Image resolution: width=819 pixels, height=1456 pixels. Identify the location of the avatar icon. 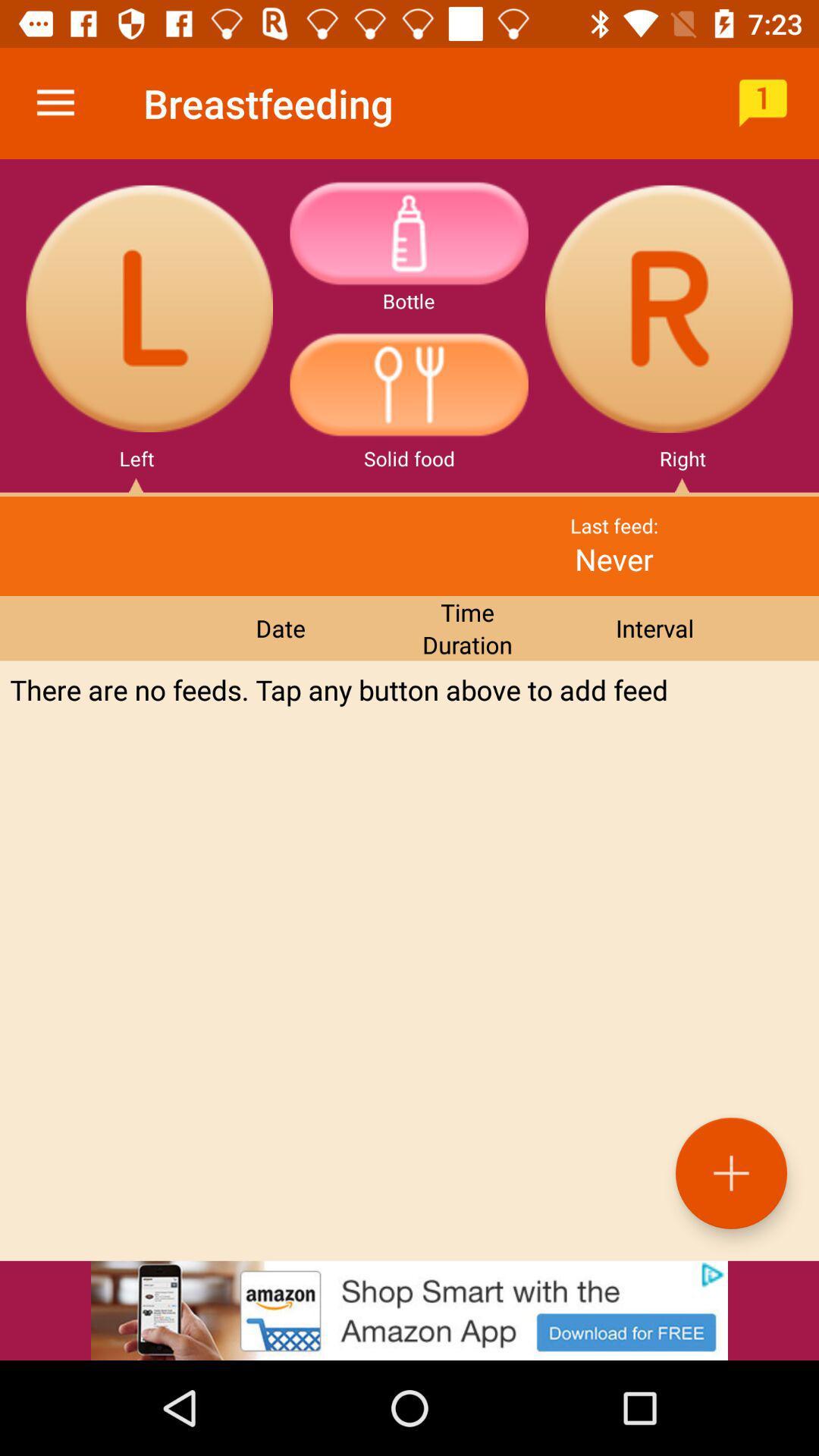
(408, 384).